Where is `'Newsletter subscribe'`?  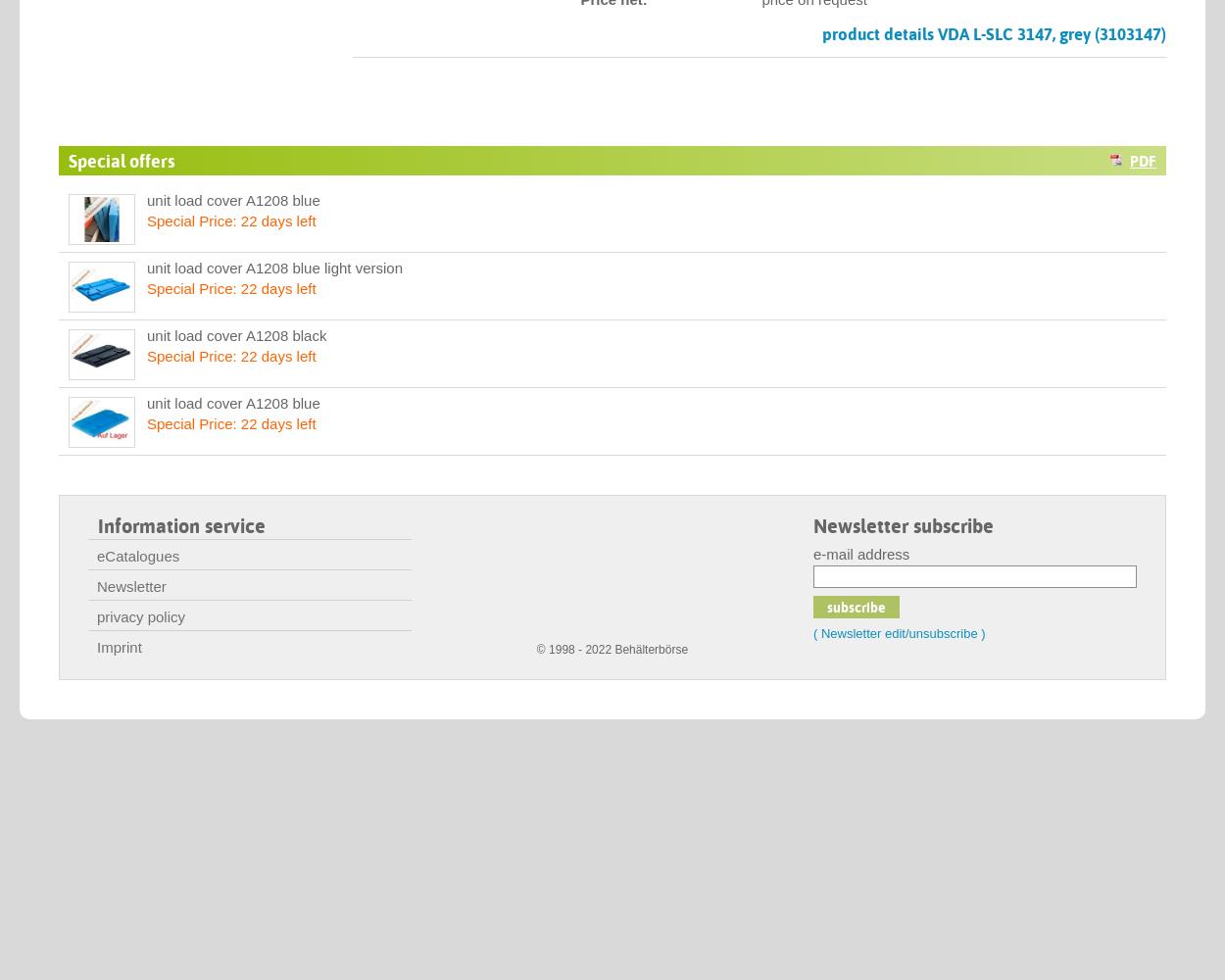 'Newsletter subscribe' is located at coordinates (904, 525).